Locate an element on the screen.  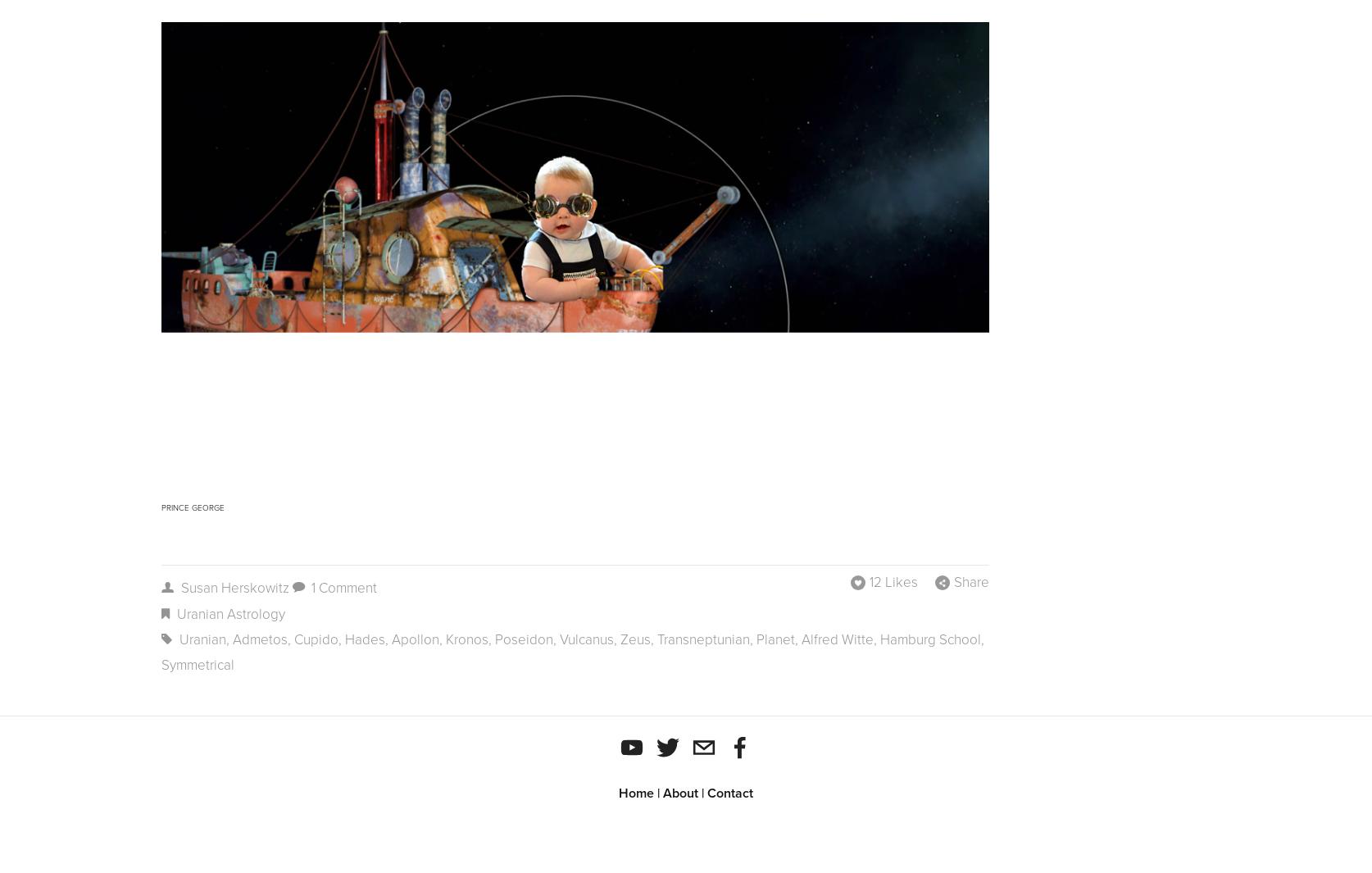
'Susan Herskowitz' is located at coordinates (234, 588).